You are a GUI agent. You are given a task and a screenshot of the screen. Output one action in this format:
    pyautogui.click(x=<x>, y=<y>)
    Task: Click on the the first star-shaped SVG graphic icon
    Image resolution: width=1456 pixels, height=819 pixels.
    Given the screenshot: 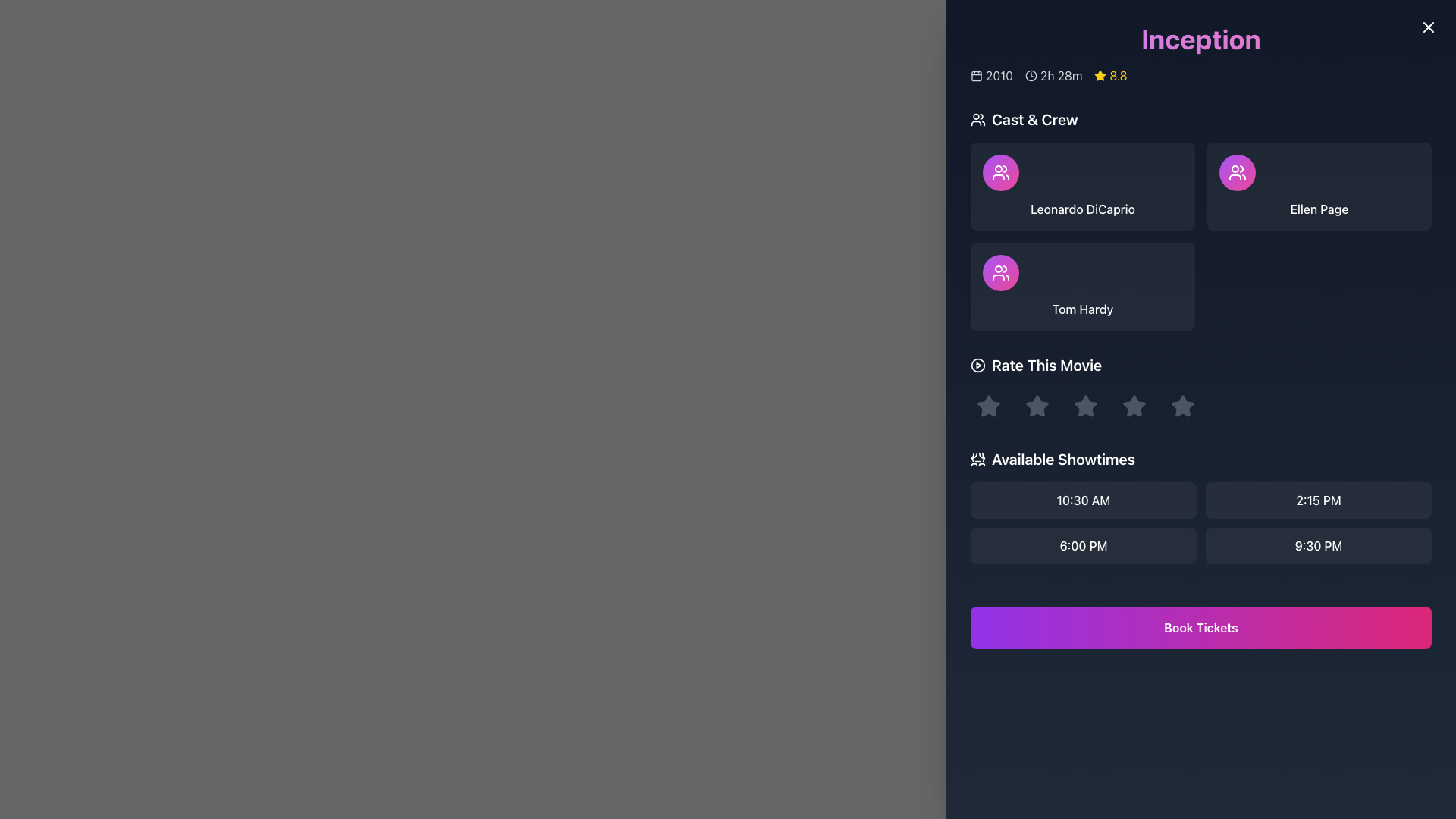 What is the action you would take?
    pyautogui.click(x=989, y=405)
    